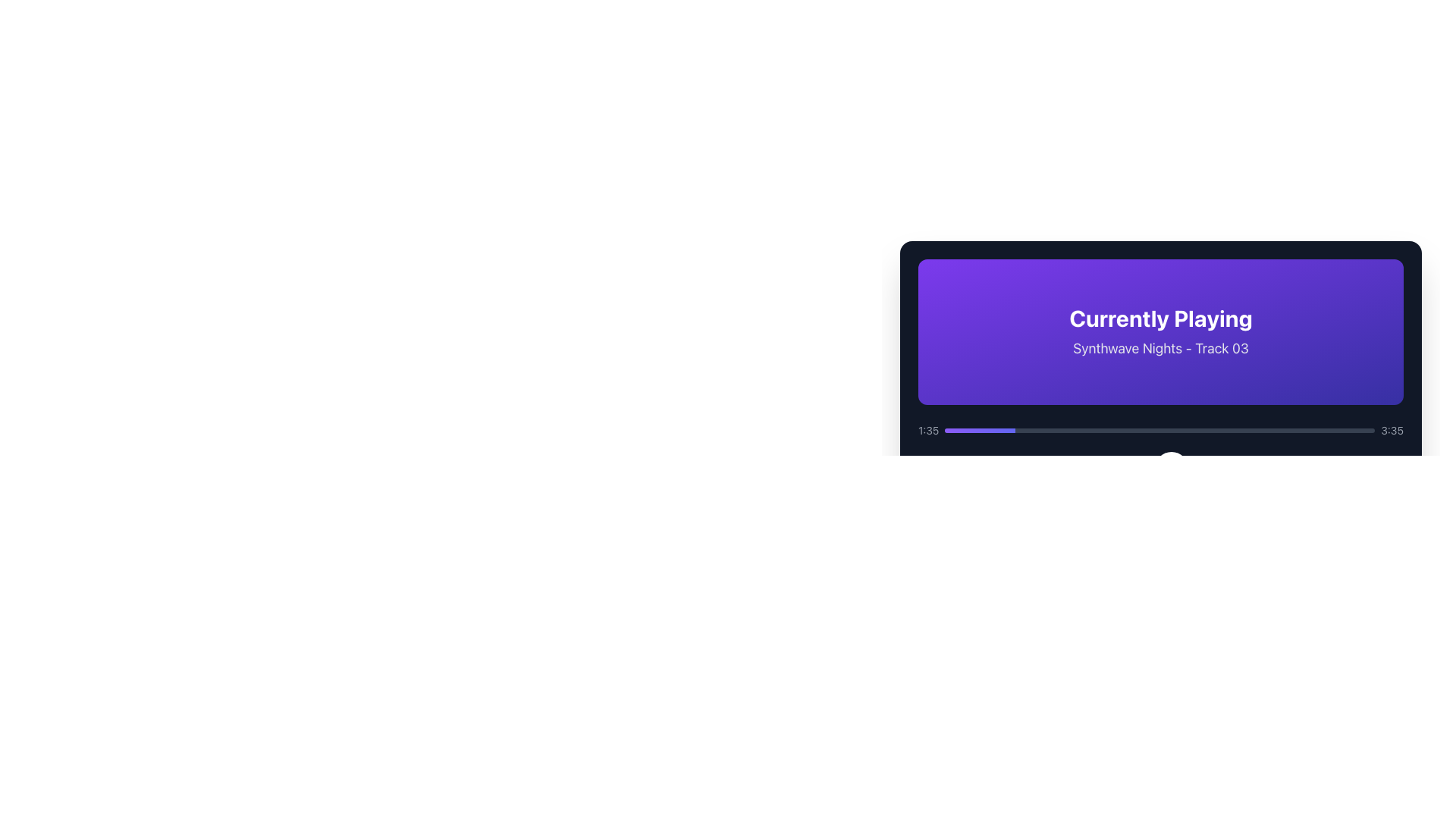  I want to click on the progress bar located centrally at the bottom of the section that displays the 'Currently Playing' label and track information, so click(1160, 430).